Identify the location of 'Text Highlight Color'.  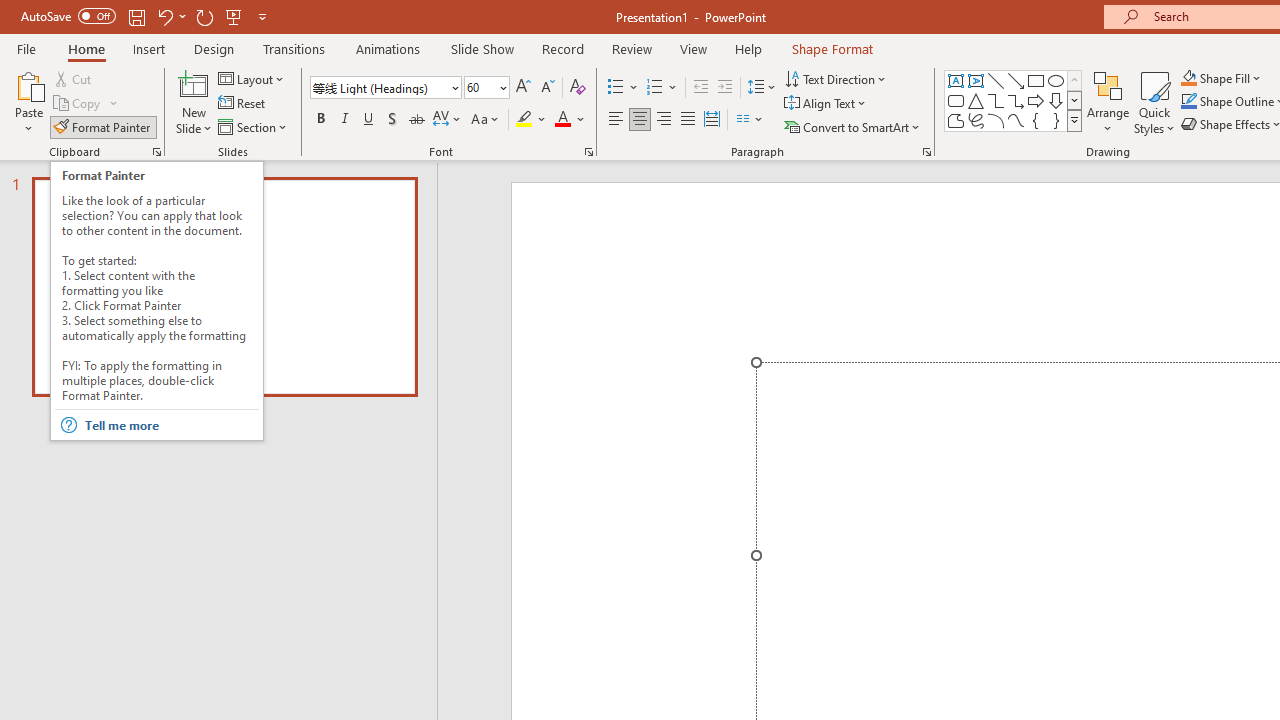
(531, 119).